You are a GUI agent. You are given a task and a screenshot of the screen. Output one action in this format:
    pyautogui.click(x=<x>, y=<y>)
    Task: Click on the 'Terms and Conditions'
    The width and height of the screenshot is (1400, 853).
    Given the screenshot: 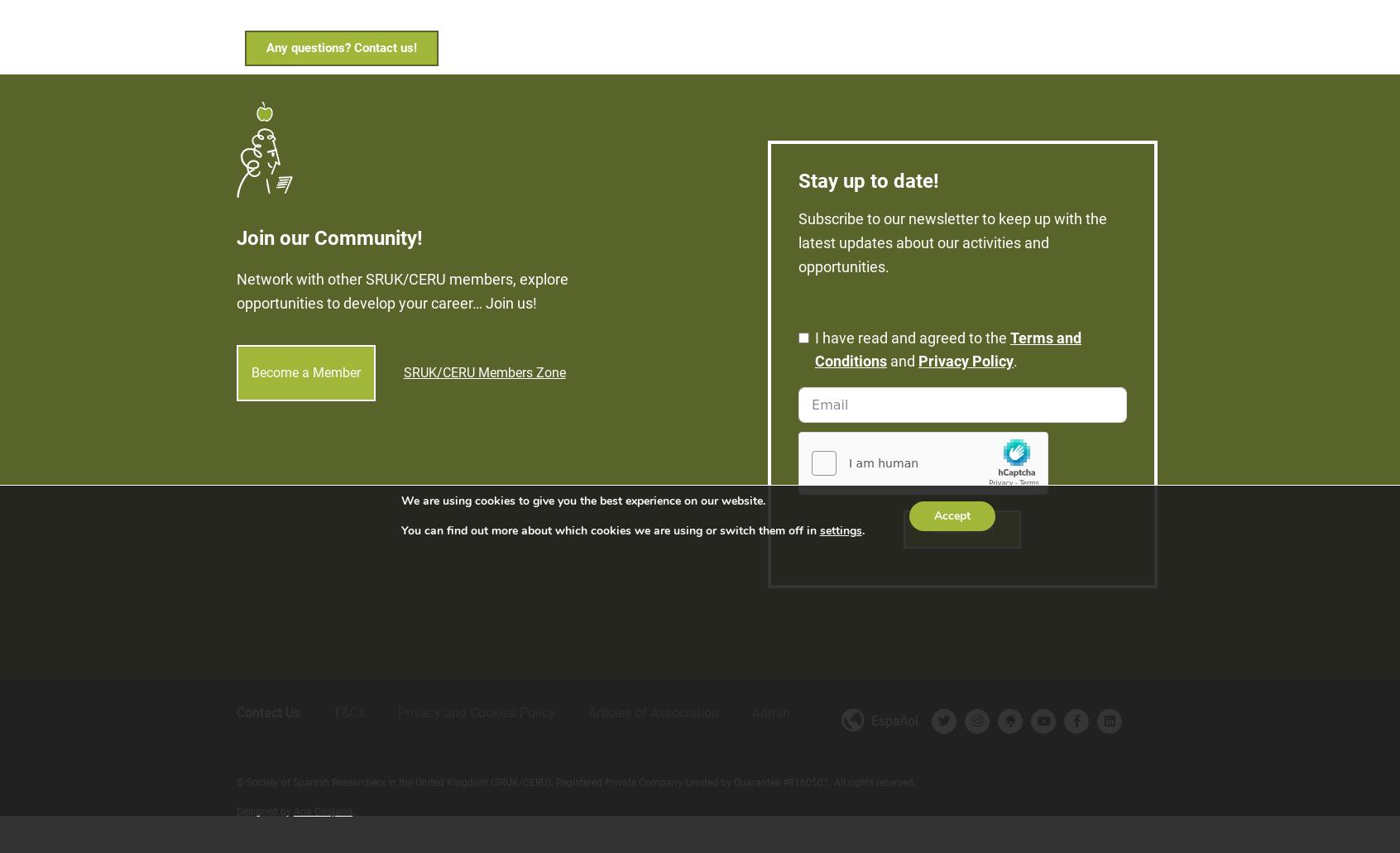 What is the action you would take?
    pyautogui.click(x=815, y=333)
    